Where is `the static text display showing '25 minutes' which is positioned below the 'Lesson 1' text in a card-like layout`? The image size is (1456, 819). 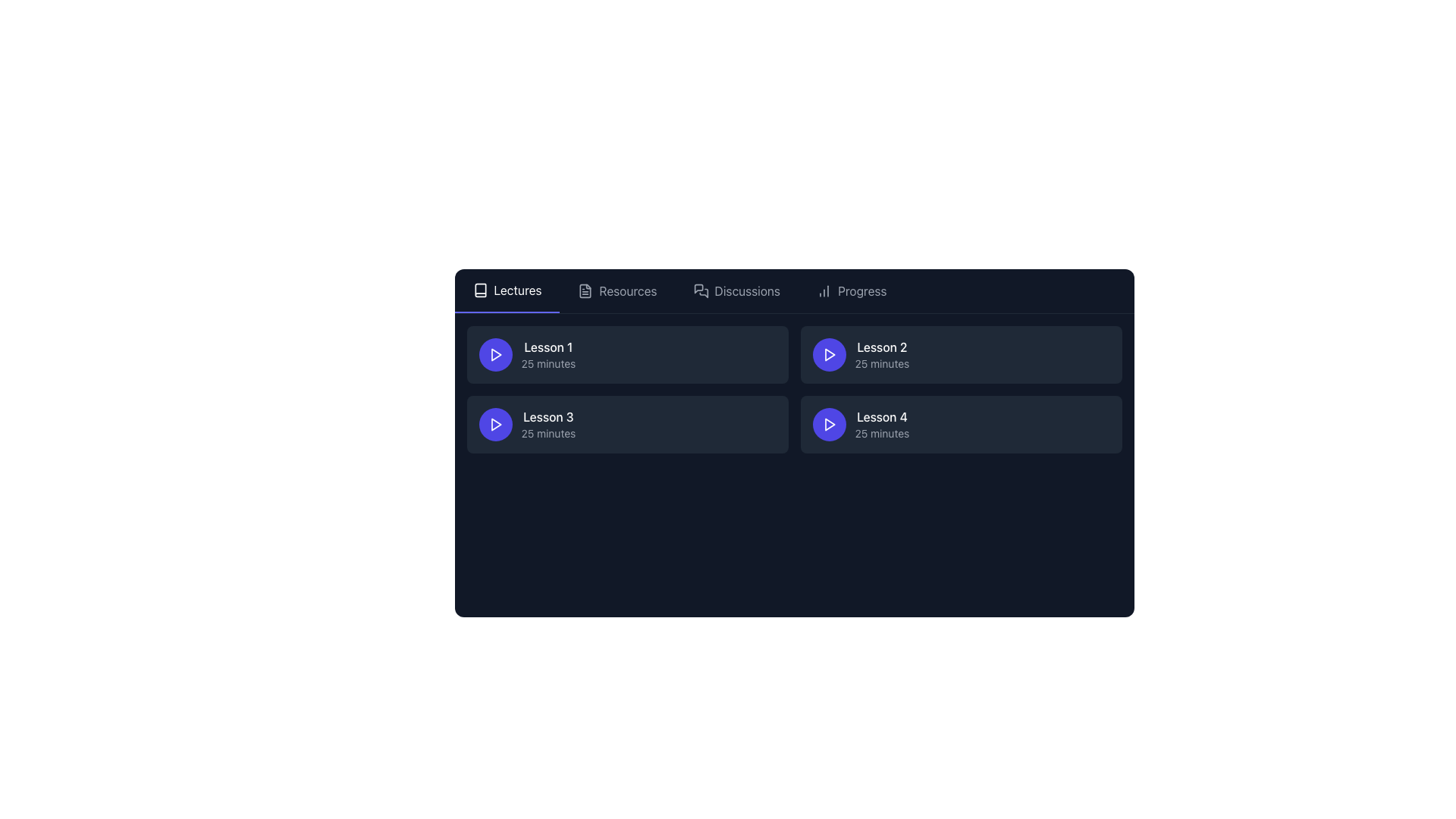 the static text display showing '25 minutes' which is positioned below the 'Lesson 1' text in a card-like layout is located at coordinates (548, 363).